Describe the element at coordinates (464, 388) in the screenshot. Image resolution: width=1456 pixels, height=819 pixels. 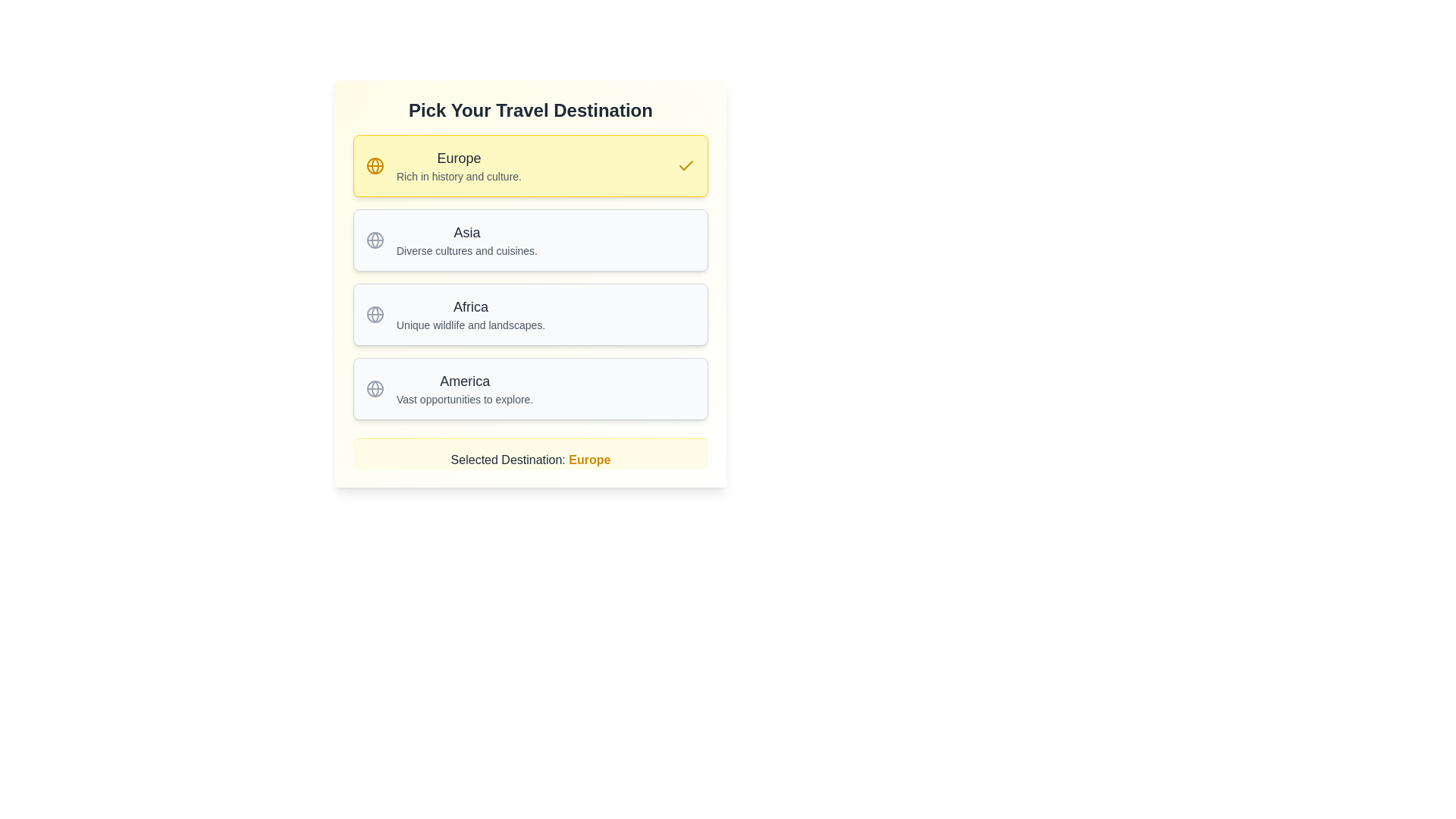
I see `the text label for the travel destination 'America' within the selectable card component` at that location.